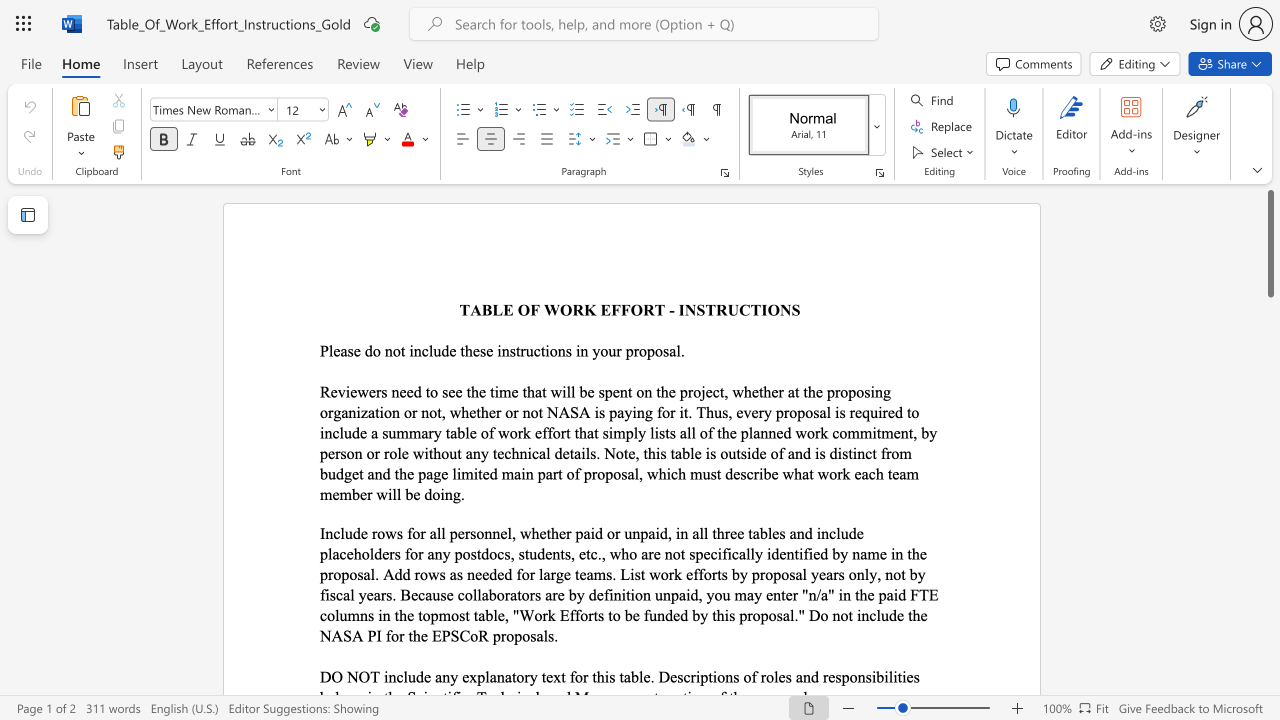 This screenshot has height=720, width=1280. What do you see at coordinates (1269, 540) in the screenshot?
I see `the scrollbar to move the page downward` at bounding box center [1269, 540].